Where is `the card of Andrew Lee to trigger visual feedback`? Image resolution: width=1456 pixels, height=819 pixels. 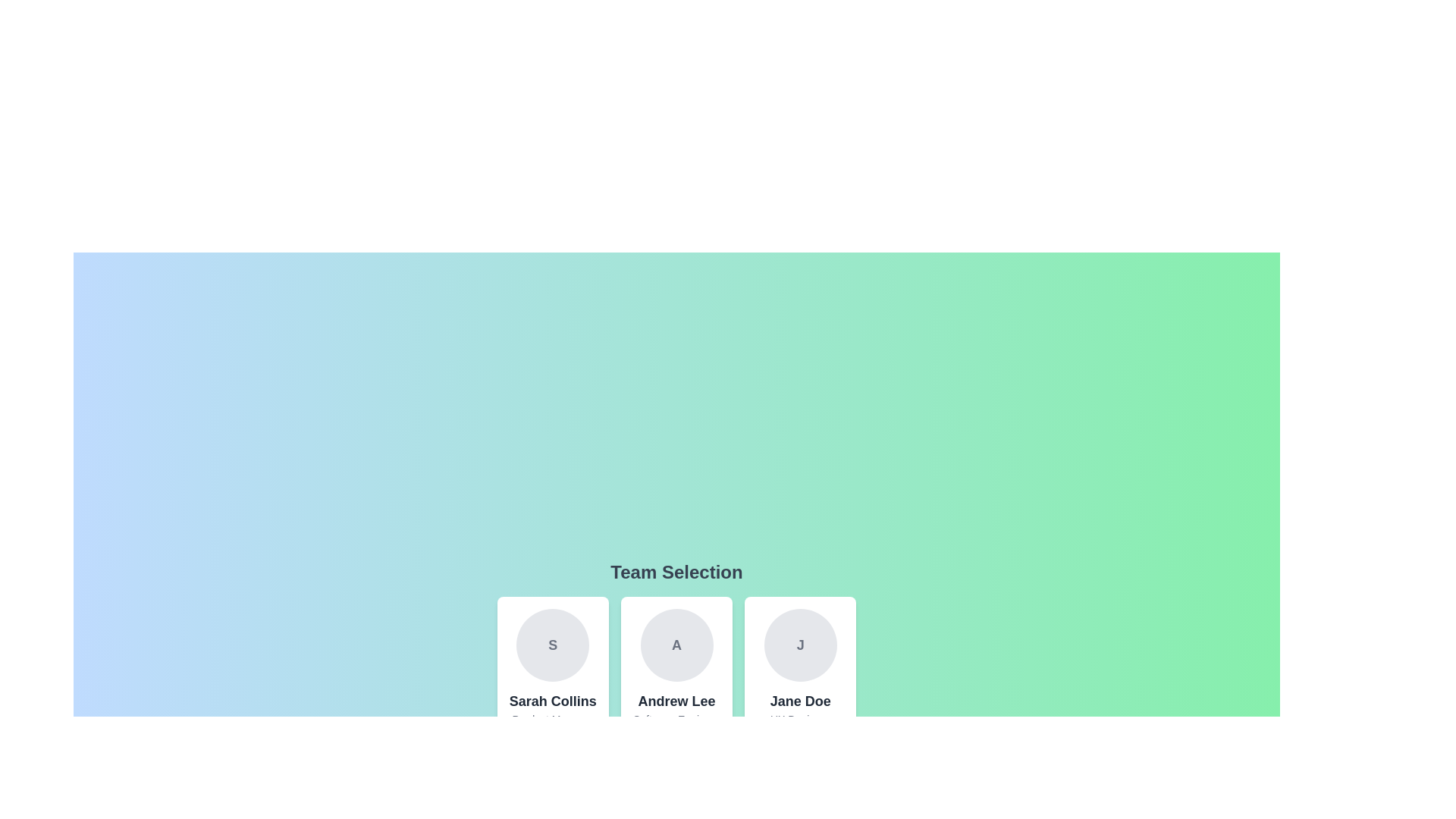 the card of Andrew Lee to trigger visual feedback is located at coordinates (676, 679).